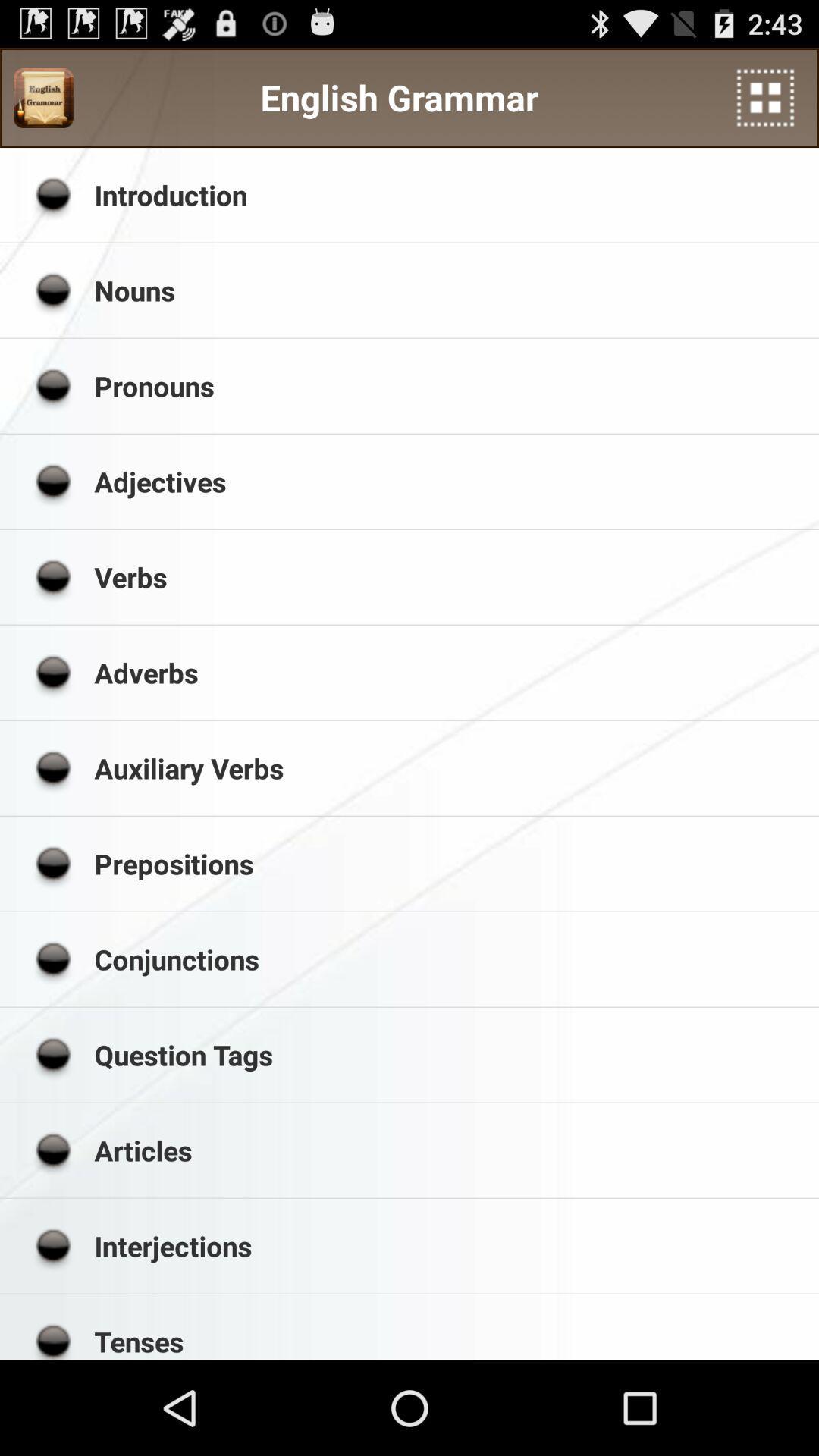 This screenshot has height=1456, width=819. What do you see at coordinates (450, 1054) in the screenshot?
I see `the app below the conjunctions` at bounding box center [450, 1054].